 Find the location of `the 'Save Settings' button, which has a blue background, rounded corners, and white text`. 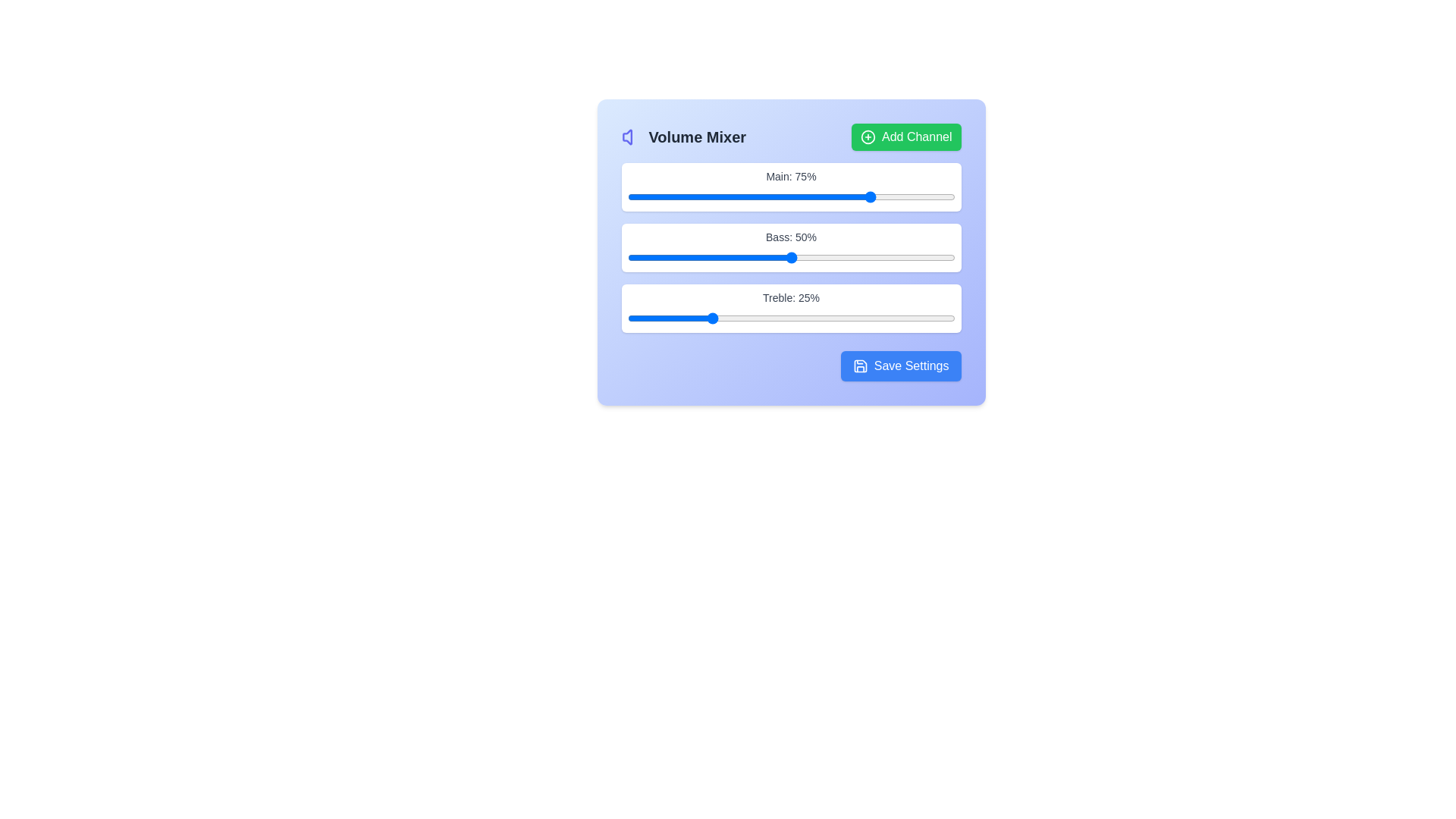

the 'Save Settings' button, which has a blue background, rounded corners, and white text is located at coordinates (901, 366).